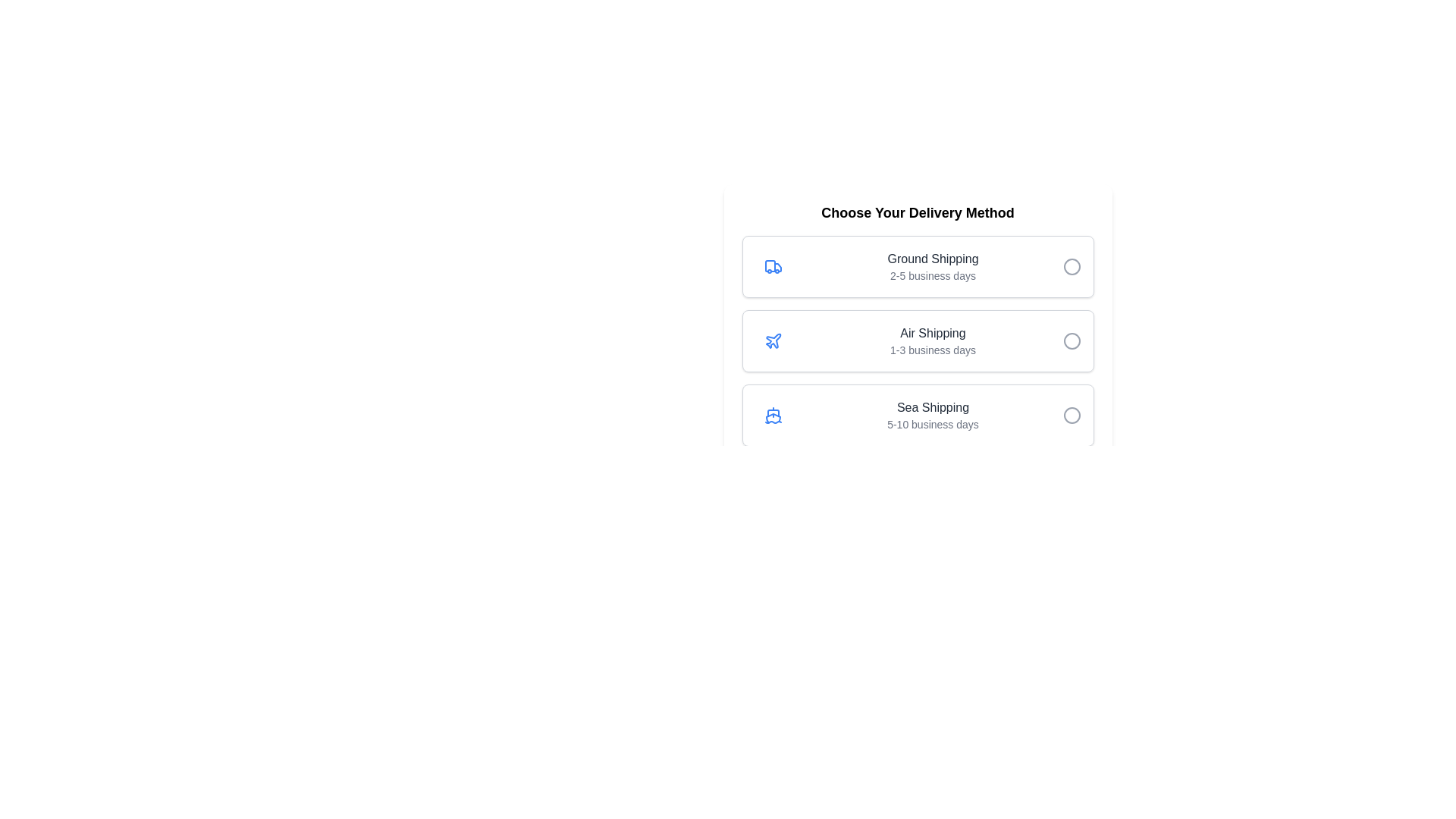 Image resolution: width=1456 pixels, height=819 pixels. What do you see at coordinates (773, 265) in the screenshot?
I see `the decorative icon representing the 'Ground Shipping' option, which is located in the leftmost position adjacent to the label text` at bounding box center [773, 265].